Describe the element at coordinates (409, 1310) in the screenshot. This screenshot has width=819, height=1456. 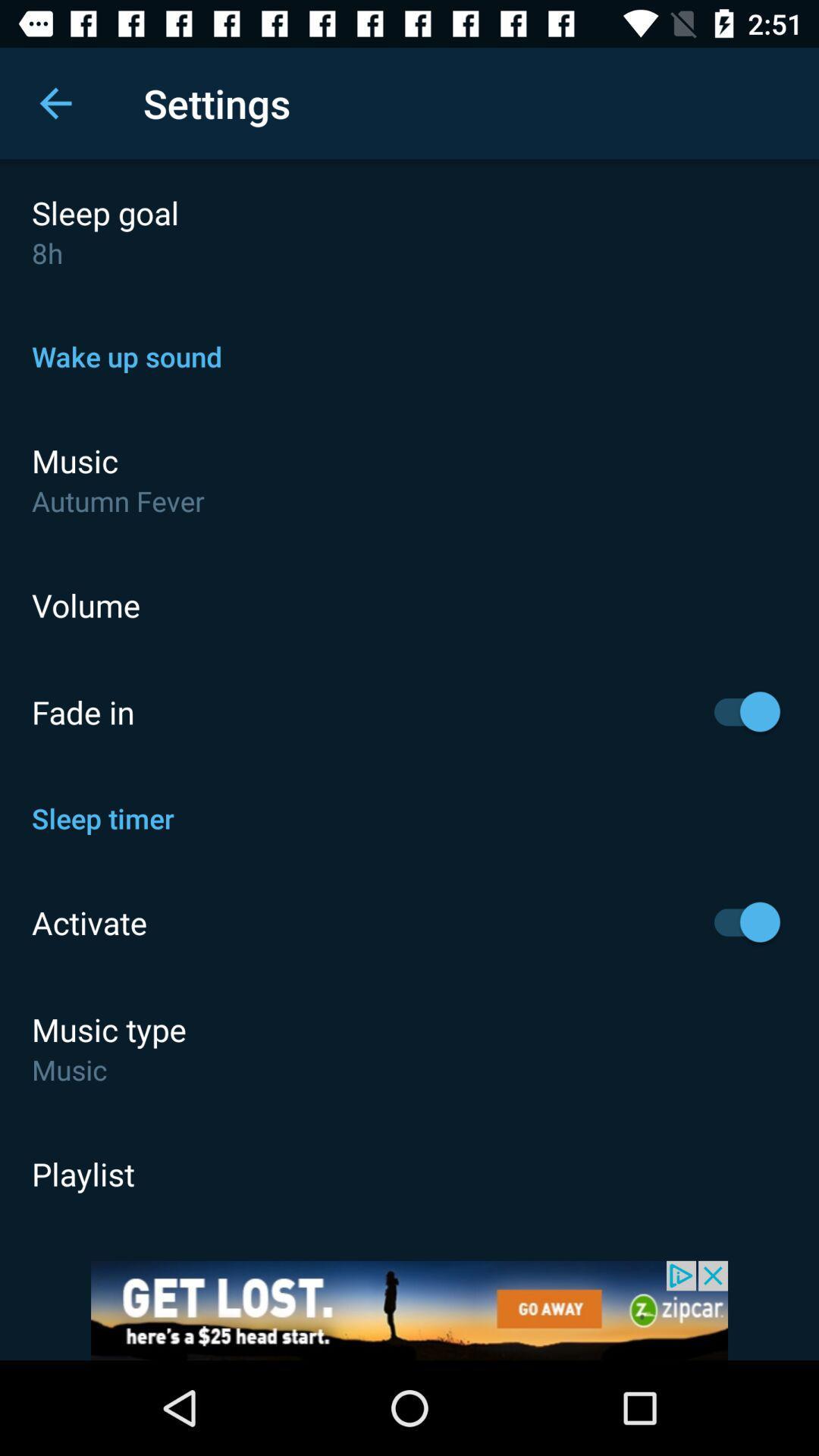
I see `opens a advertisement` at that location.